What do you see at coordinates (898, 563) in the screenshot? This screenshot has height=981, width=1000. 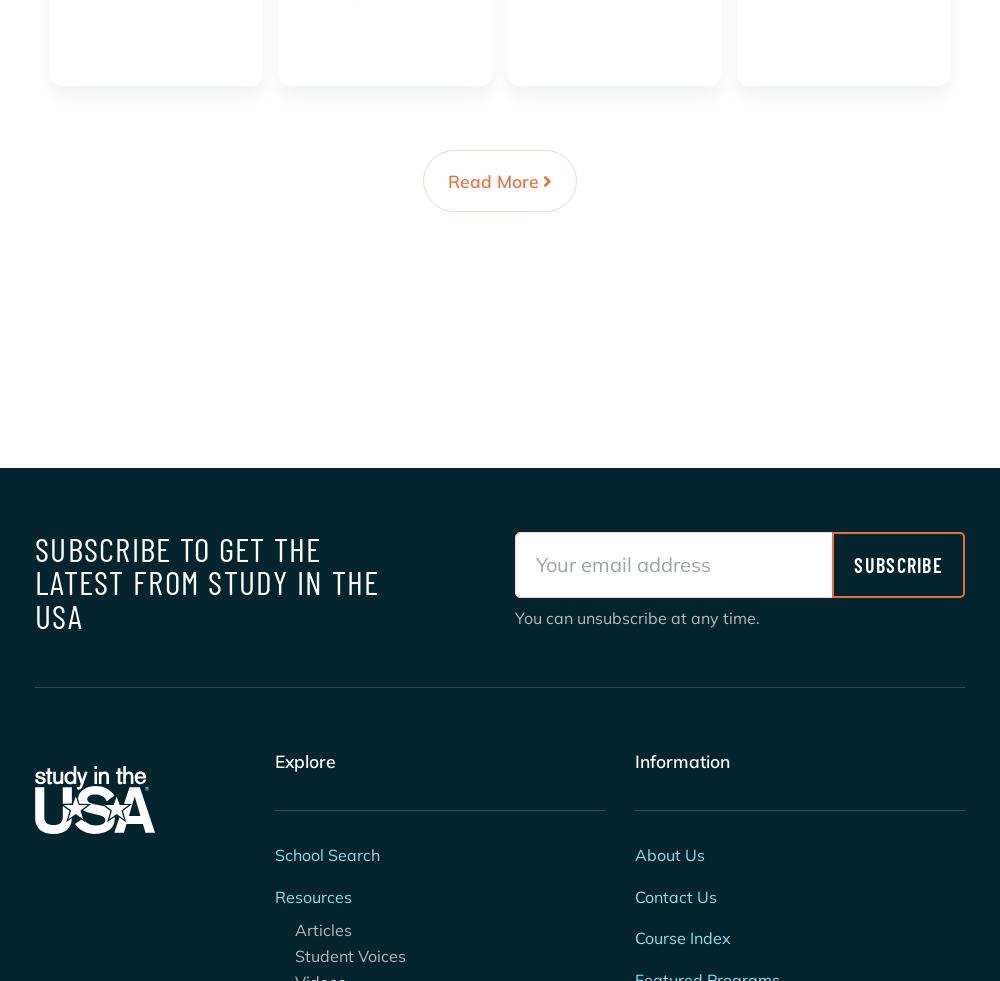 I see `'Subscribe'` at bounding box center [898, 563].